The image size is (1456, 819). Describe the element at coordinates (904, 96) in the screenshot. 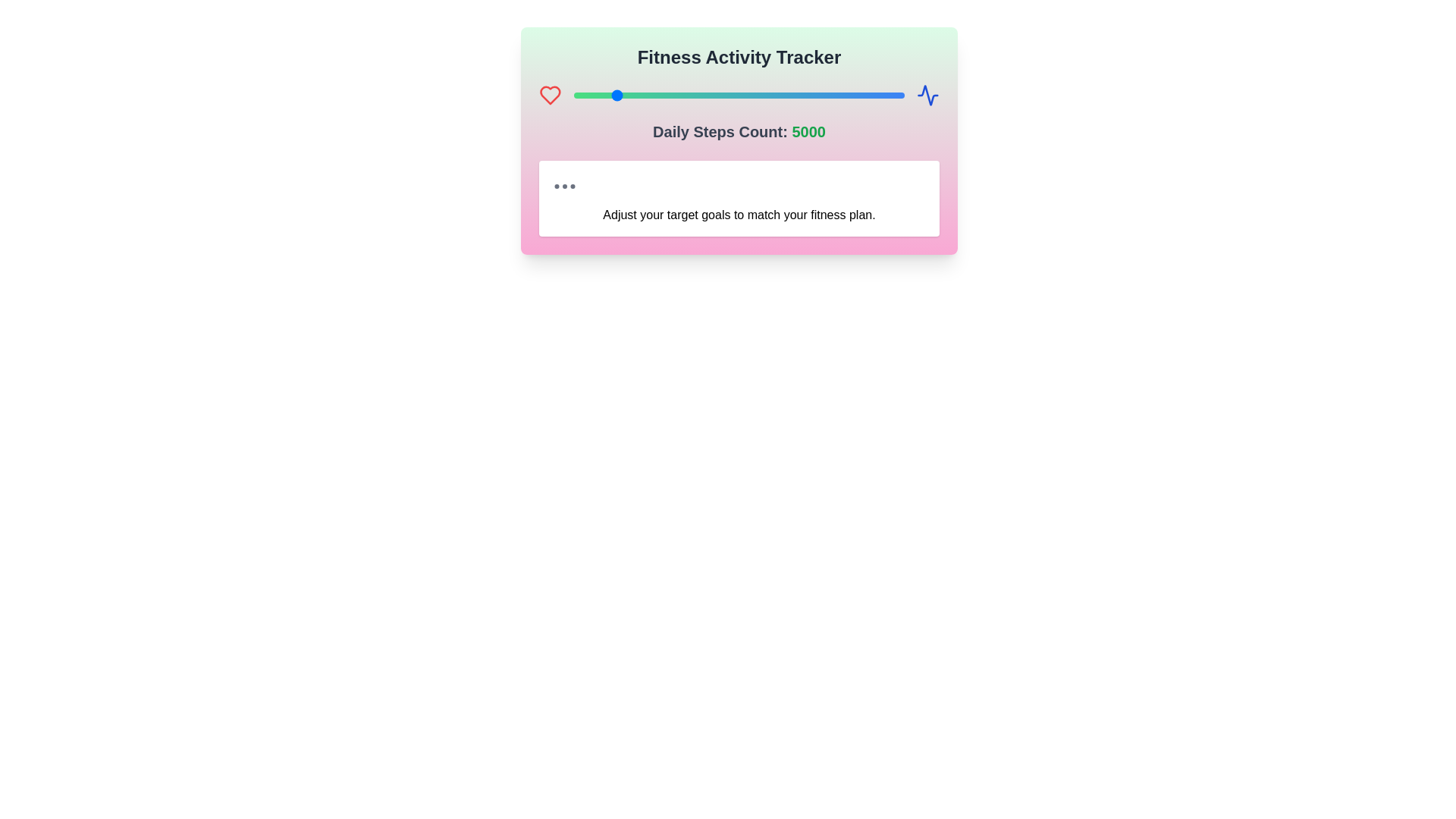

I see `the steps count to 19973 using the slider` at that location.